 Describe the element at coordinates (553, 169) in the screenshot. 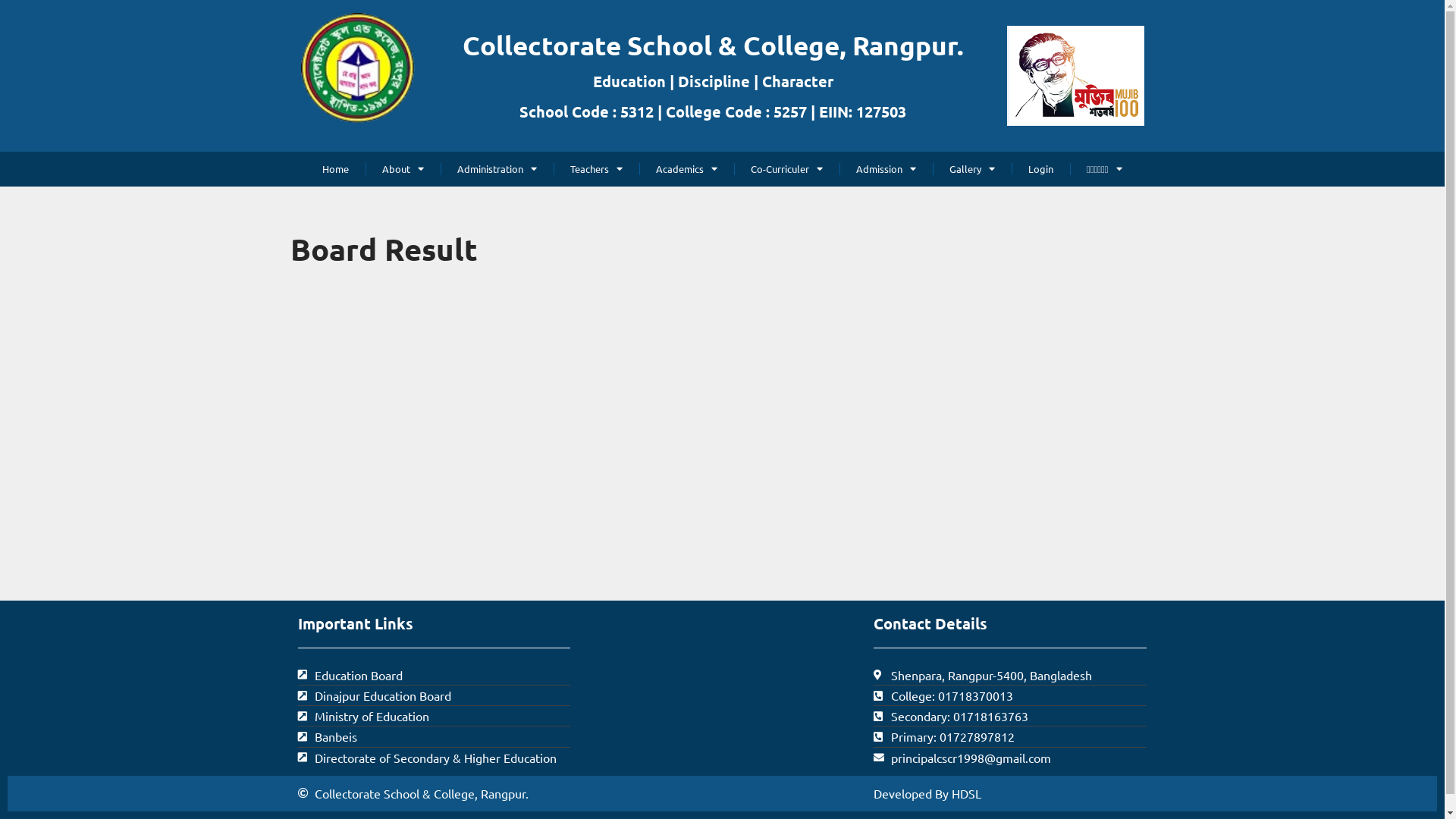

I see `'Teachers'` at that location.